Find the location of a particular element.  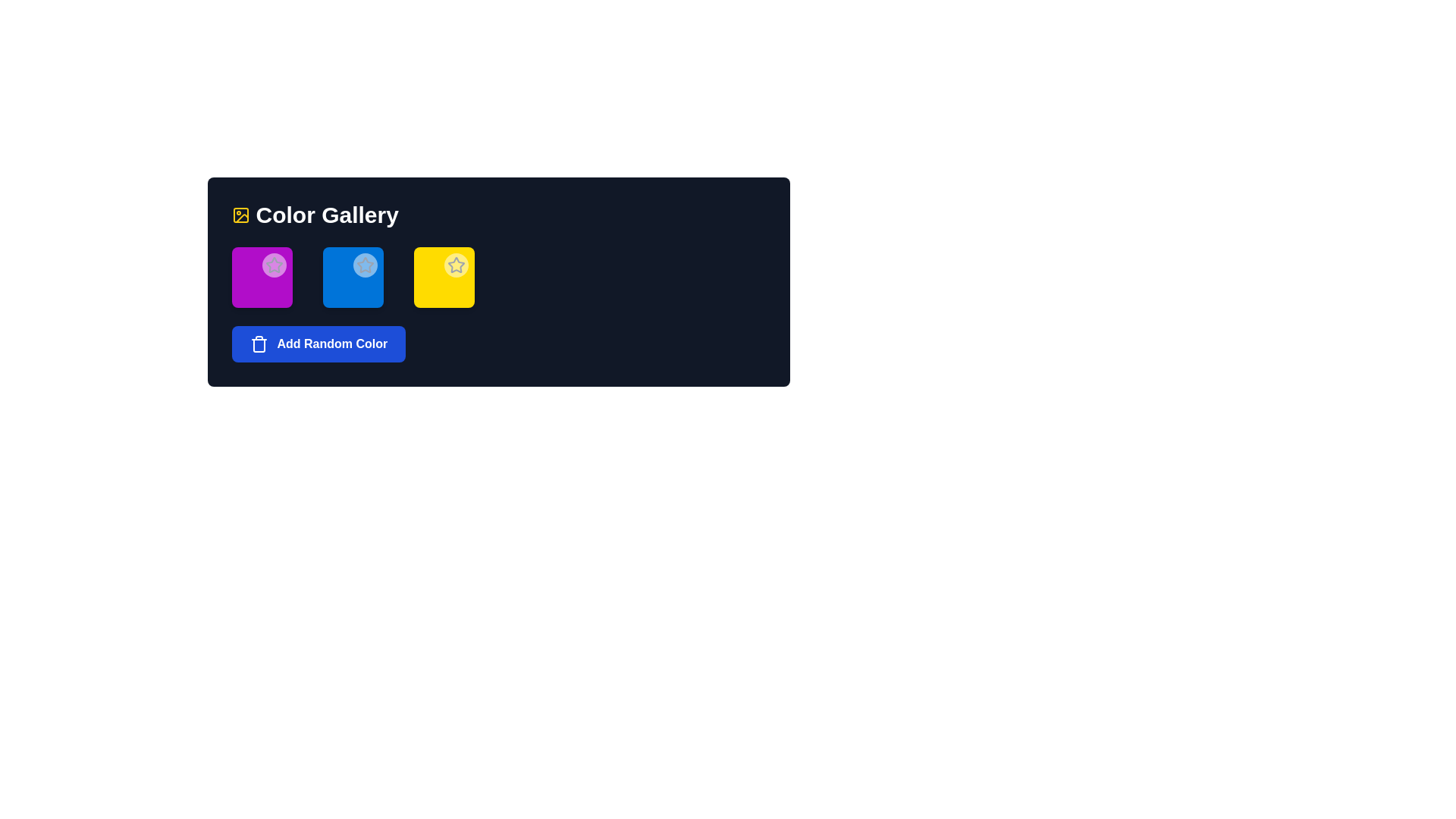

the badge on the yellow square tile with a star in the top-right corner is located at coordinates (443, 278).